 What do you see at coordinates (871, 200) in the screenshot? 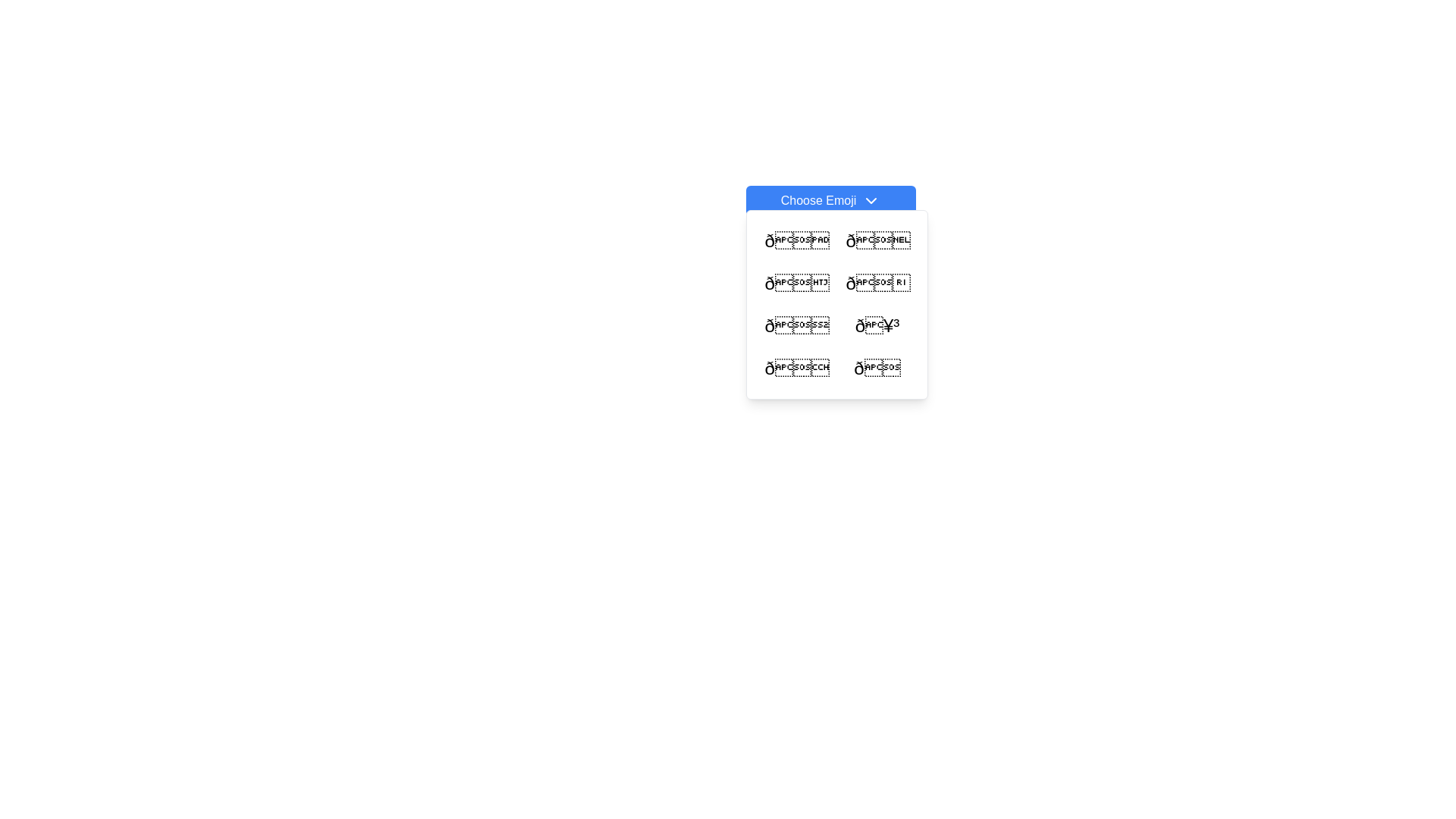
I see `the chevron icon located inside the blue button labeled 'Choose Emoji'` at bounding box center [871, 200].